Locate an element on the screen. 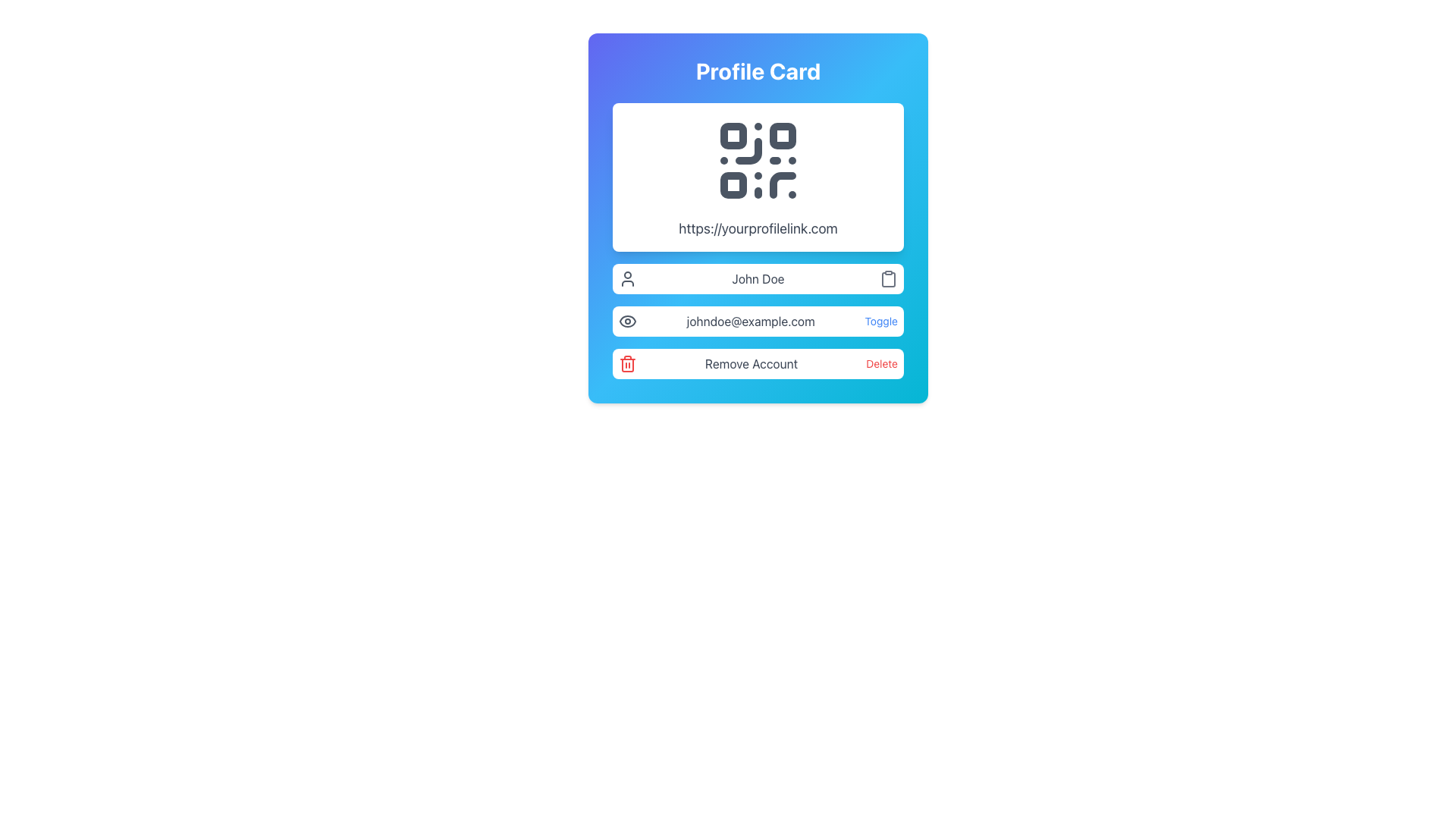  the second square from the top-left within the QR code, which is part of the visual component used for identification or link redirection is located at coordinates (783, 135).